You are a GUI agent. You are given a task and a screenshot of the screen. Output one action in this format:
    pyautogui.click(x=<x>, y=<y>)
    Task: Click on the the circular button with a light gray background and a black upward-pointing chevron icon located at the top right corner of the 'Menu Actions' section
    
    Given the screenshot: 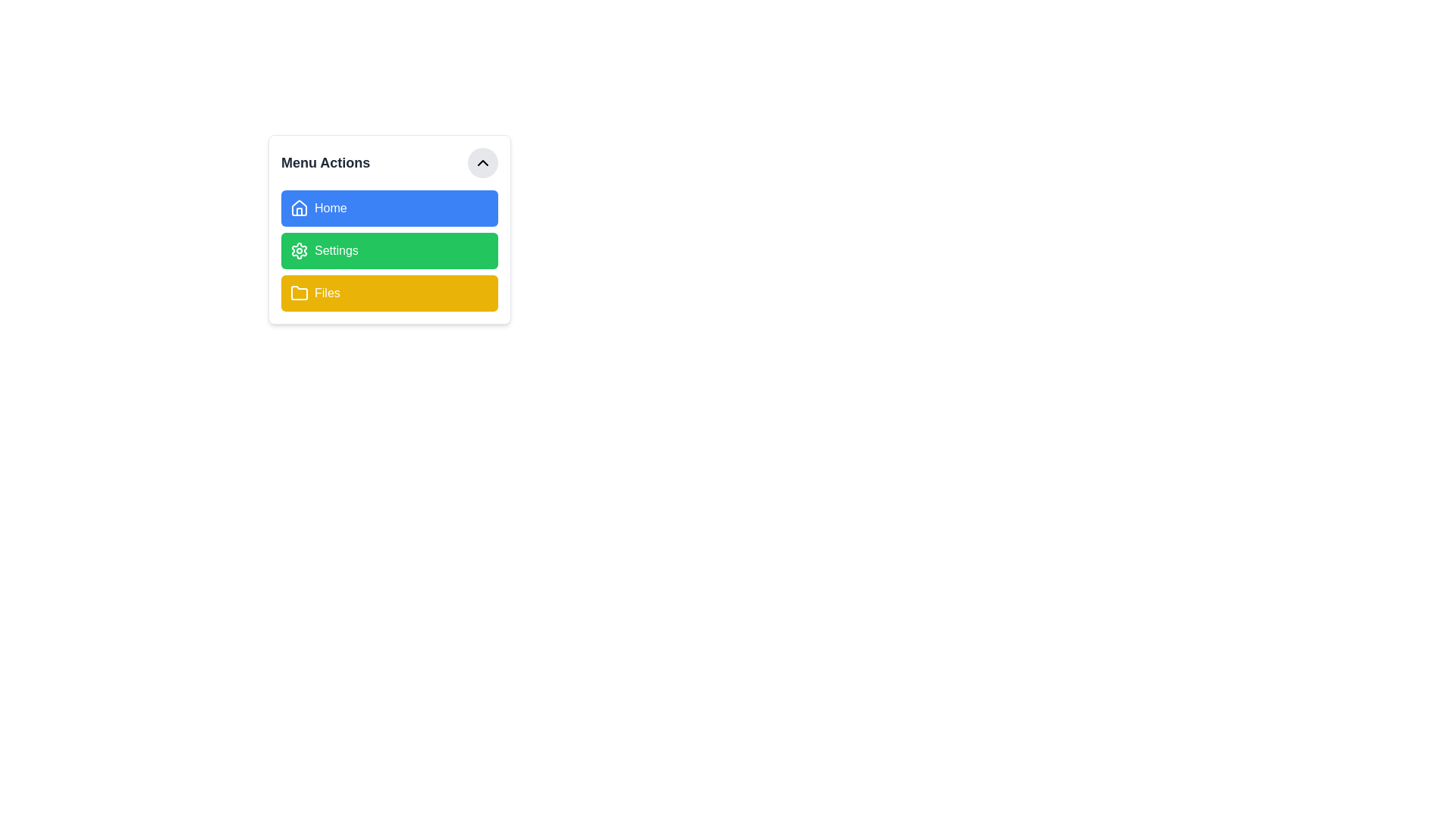 What is the action you would take?
    pyautogui.click(x=482, y=163)
    